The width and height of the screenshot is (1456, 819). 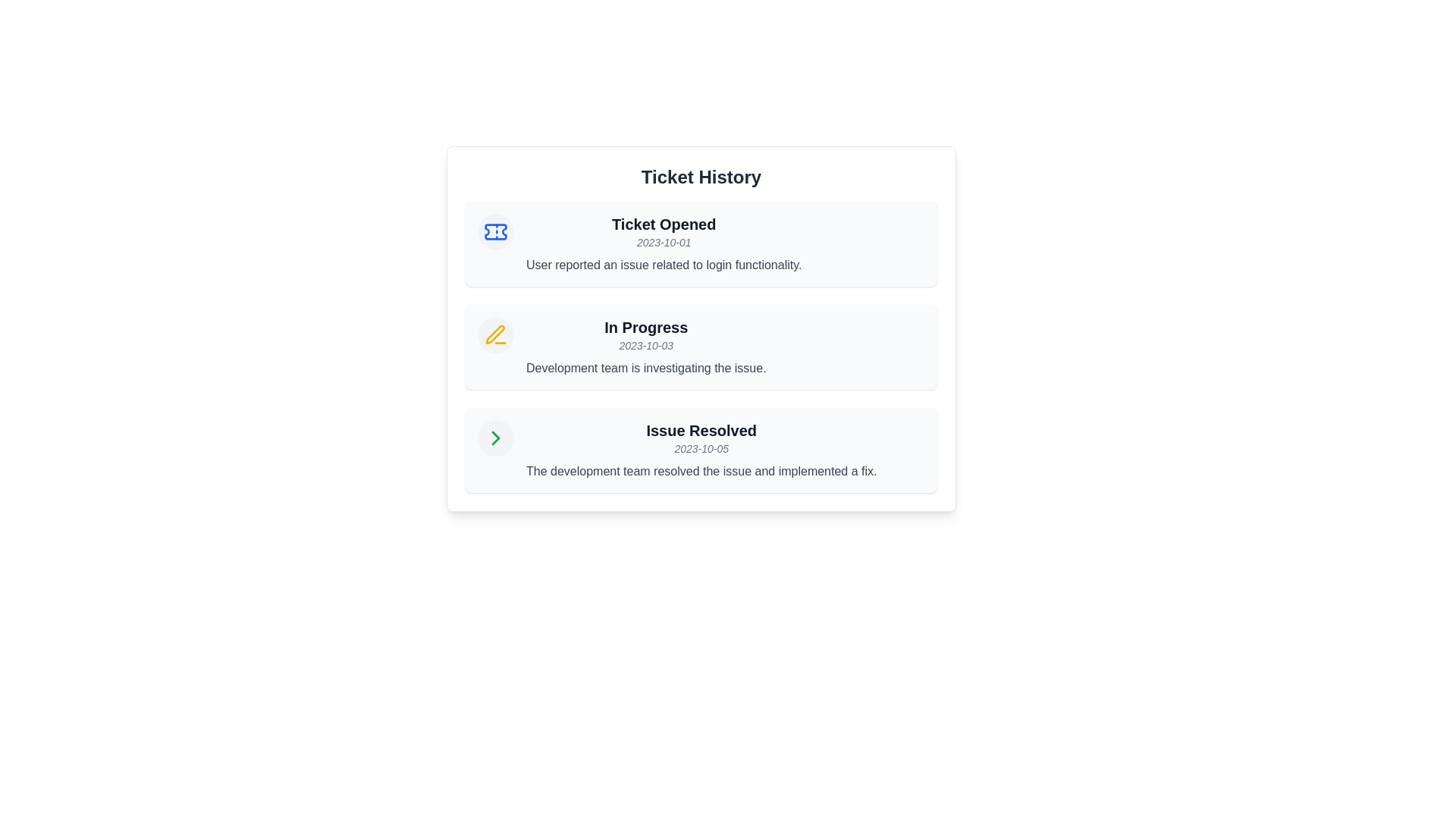 I want to click on the 'In Progress' status indicator icon located in the upper-left corner of the Ticket History interface, so click(x=495, y=334).